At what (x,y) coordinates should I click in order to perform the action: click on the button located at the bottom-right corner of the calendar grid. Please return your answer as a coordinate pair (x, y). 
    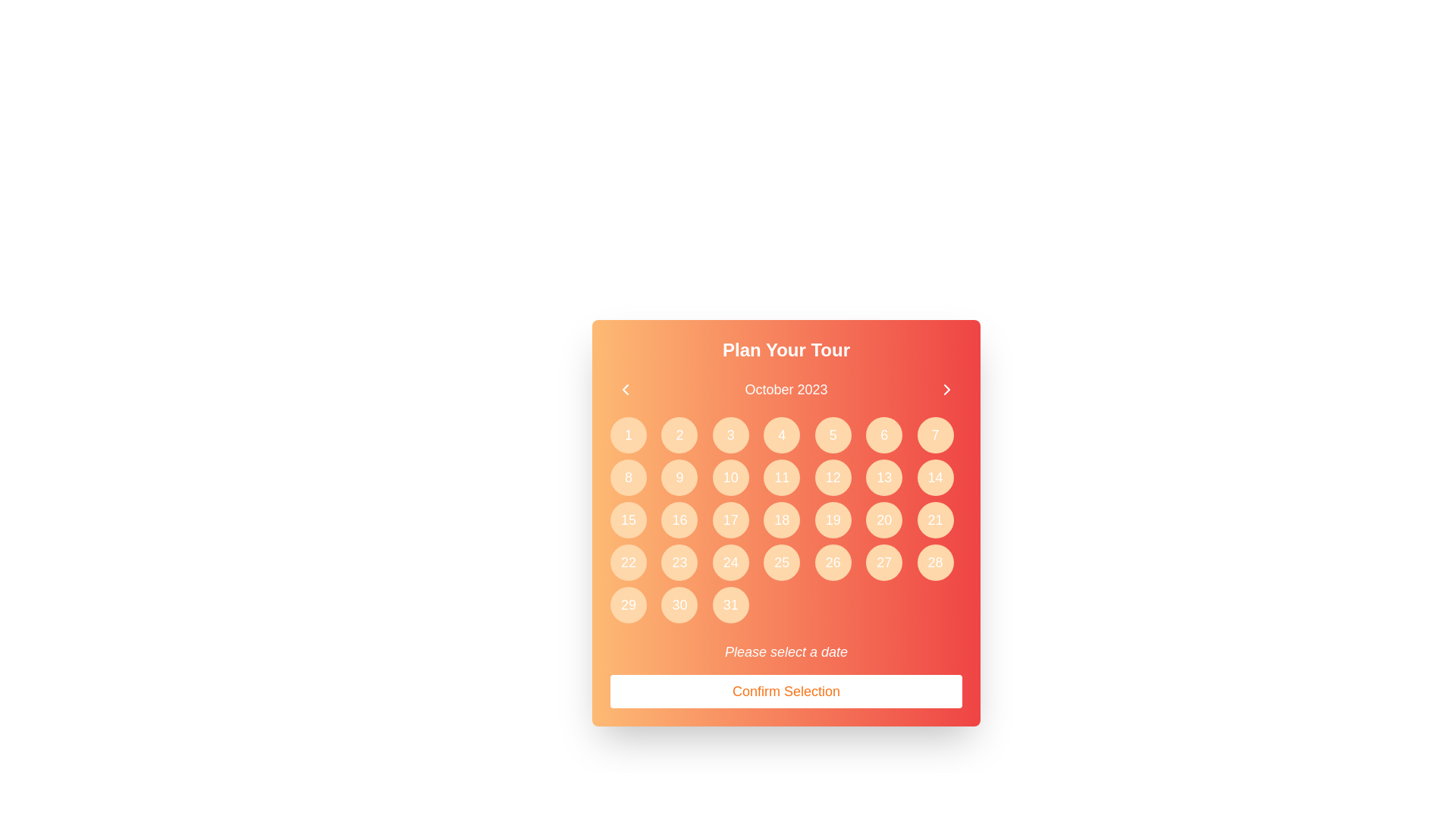
    Looking at the image, I should click on (884, 562).